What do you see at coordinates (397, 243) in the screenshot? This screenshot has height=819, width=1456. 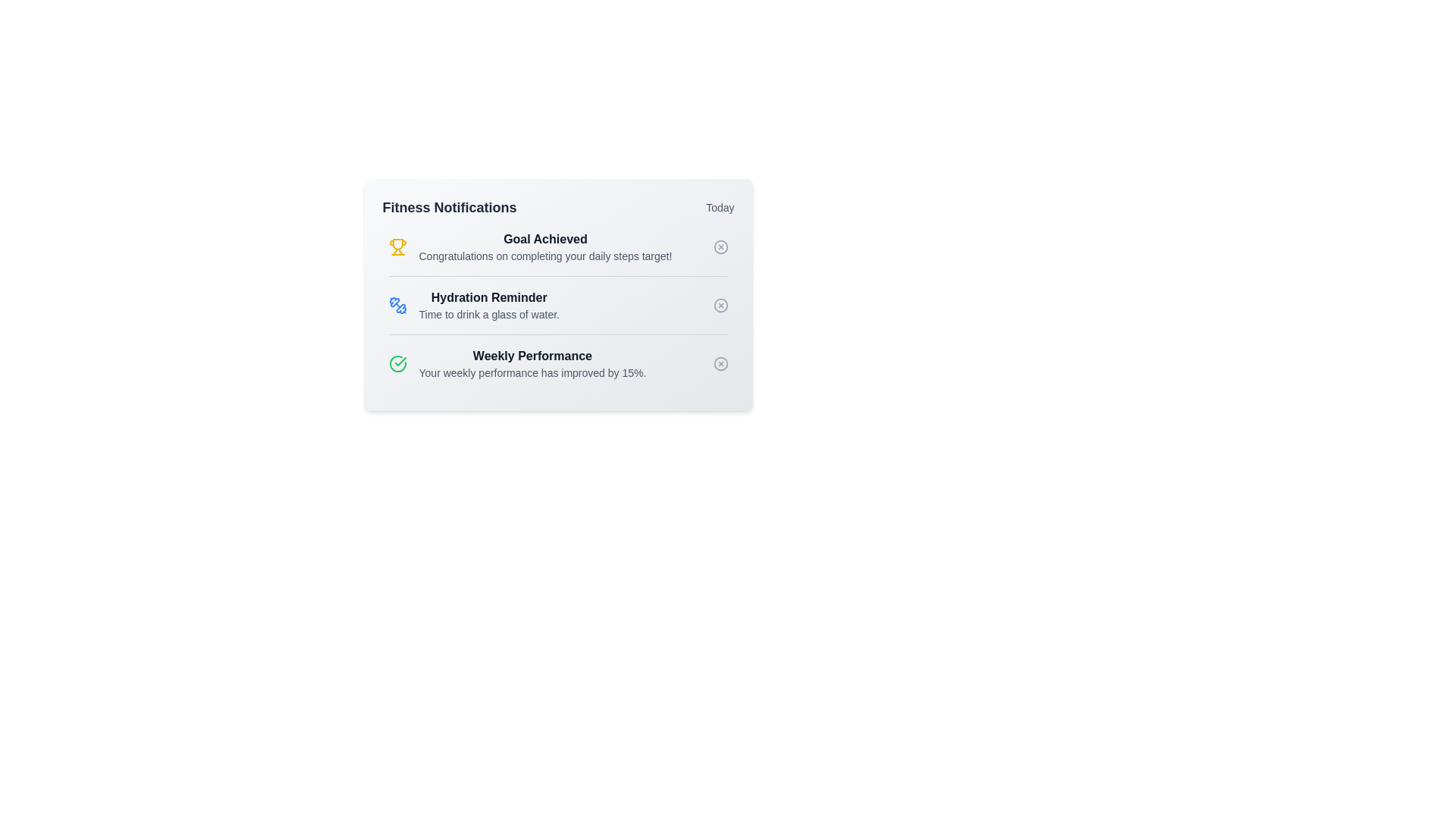 I see `the trophy icon in the 'Fitness Notifications' list, which is bright yellow and precedes the text 'Congratulations on completing your daily steps target!'` at bounding box center [397, 243].